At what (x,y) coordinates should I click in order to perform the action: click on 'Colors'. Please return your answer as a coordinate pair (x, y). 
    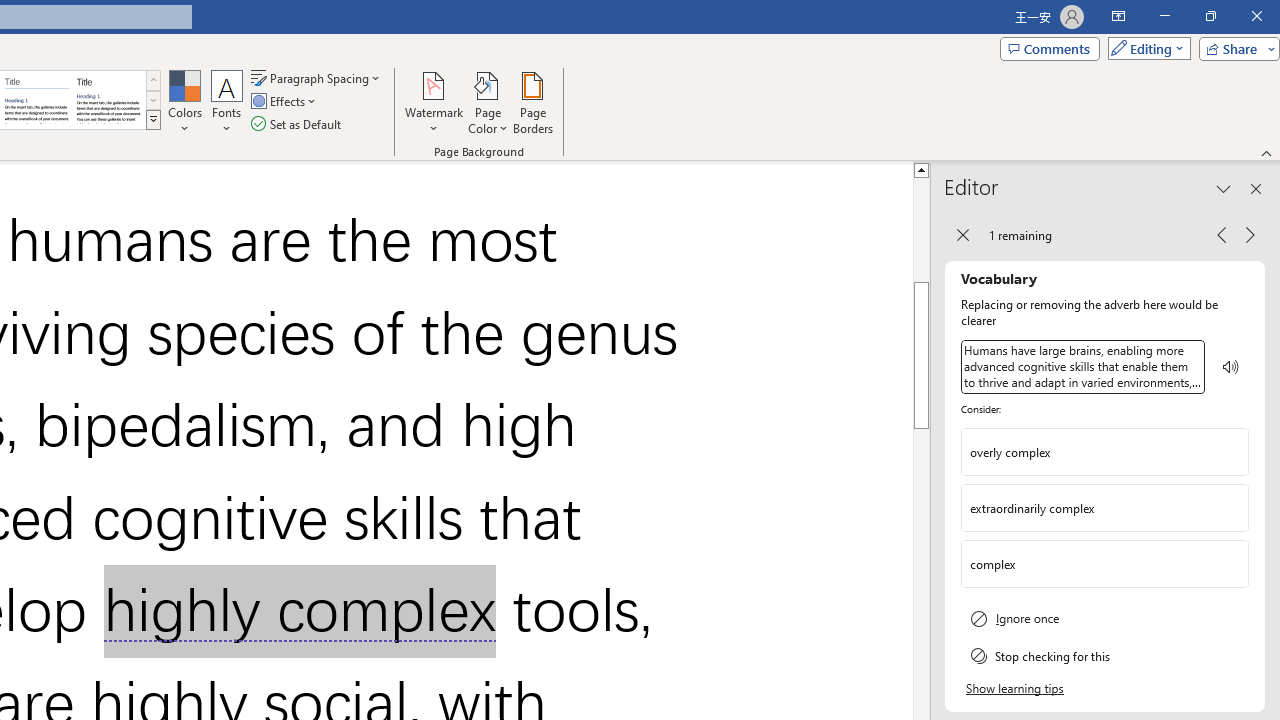
    Looking at the image, I should click on (184, 103).